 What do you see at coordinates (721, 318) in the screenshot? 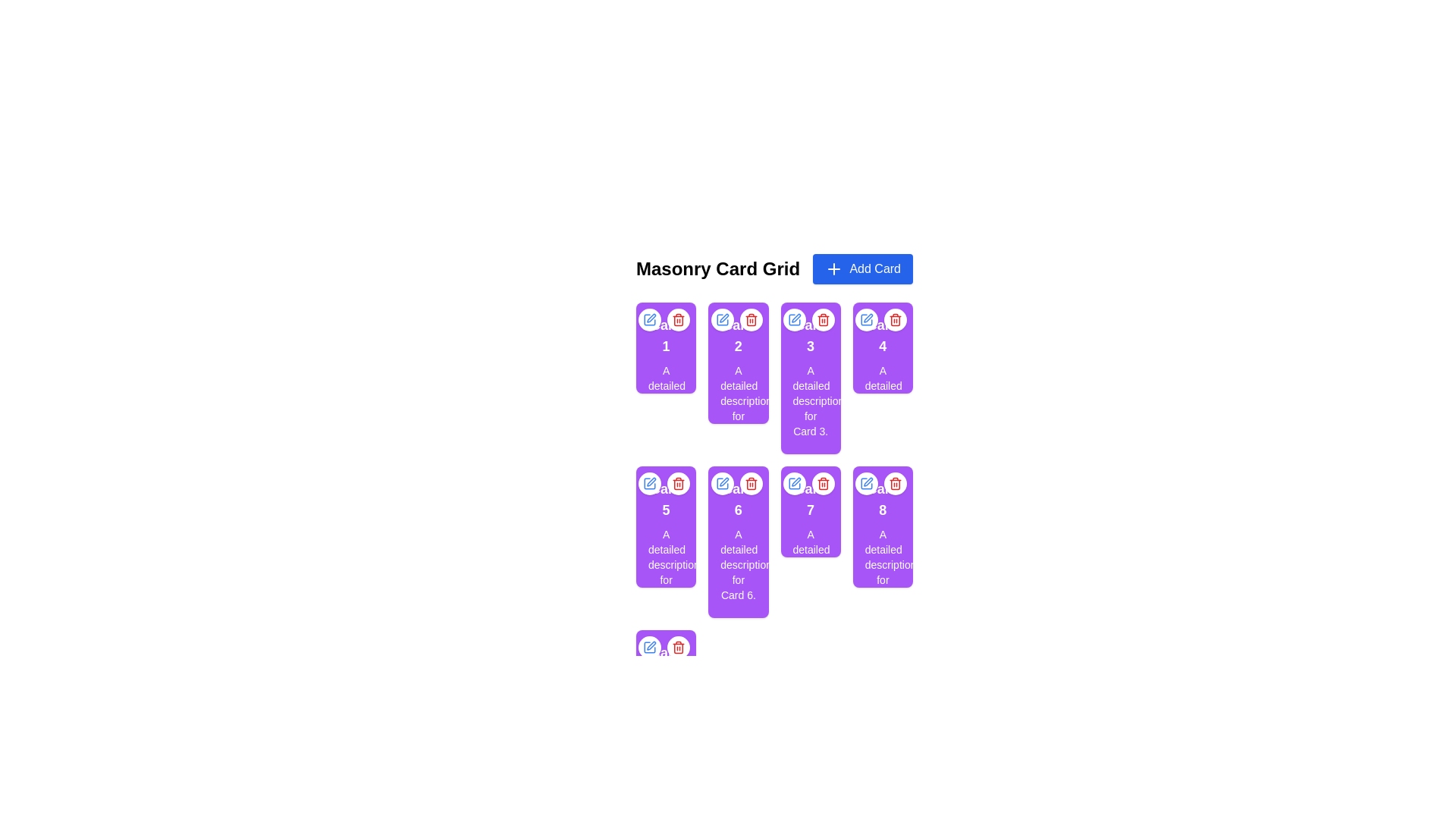
I see `the pen icon button located at the top-left of the card labeled '2' to initiate editing` at bounding box center [721, 318].